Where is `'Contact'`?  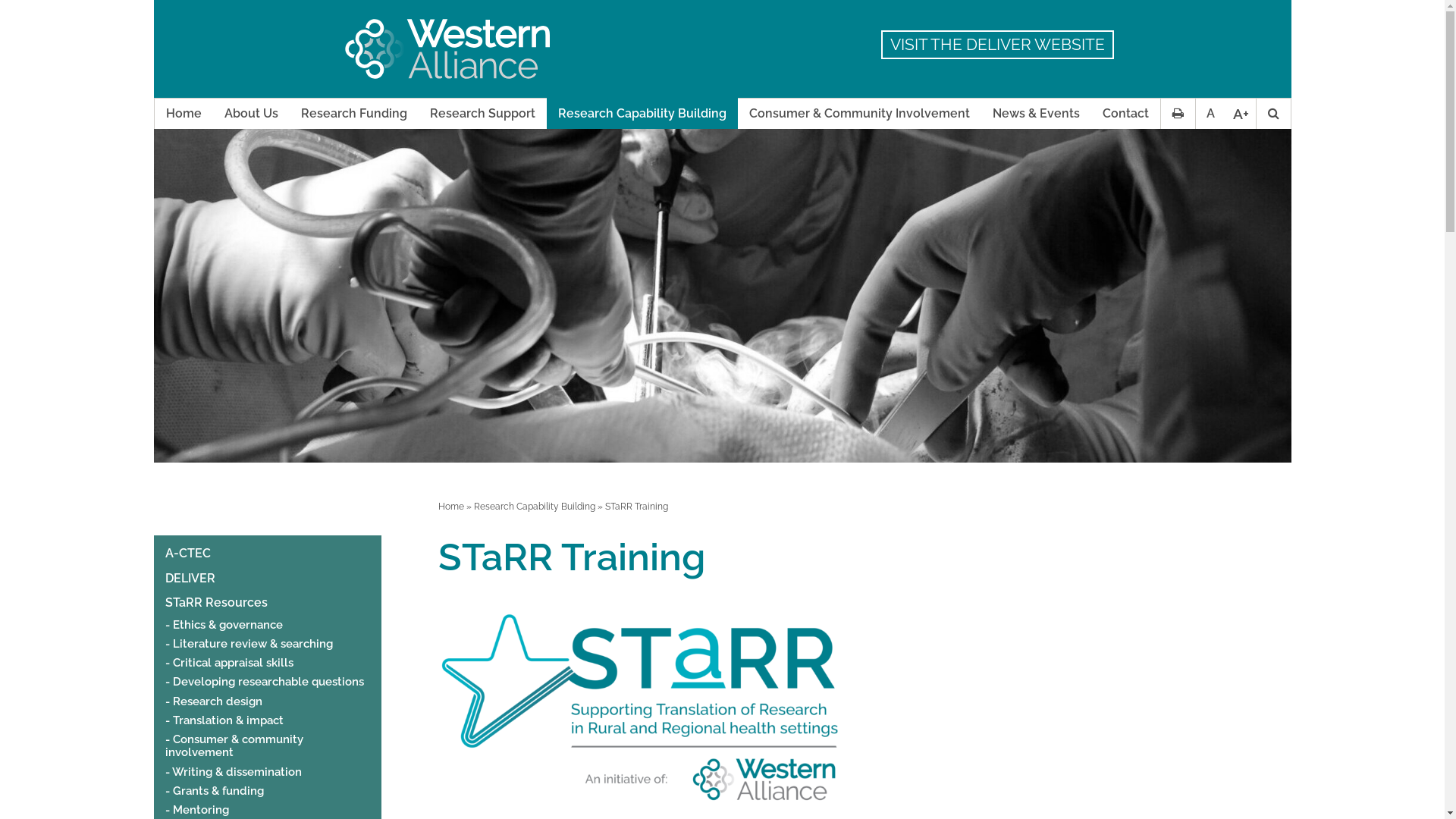 'Contact' is located at coordinates (1125, 113).